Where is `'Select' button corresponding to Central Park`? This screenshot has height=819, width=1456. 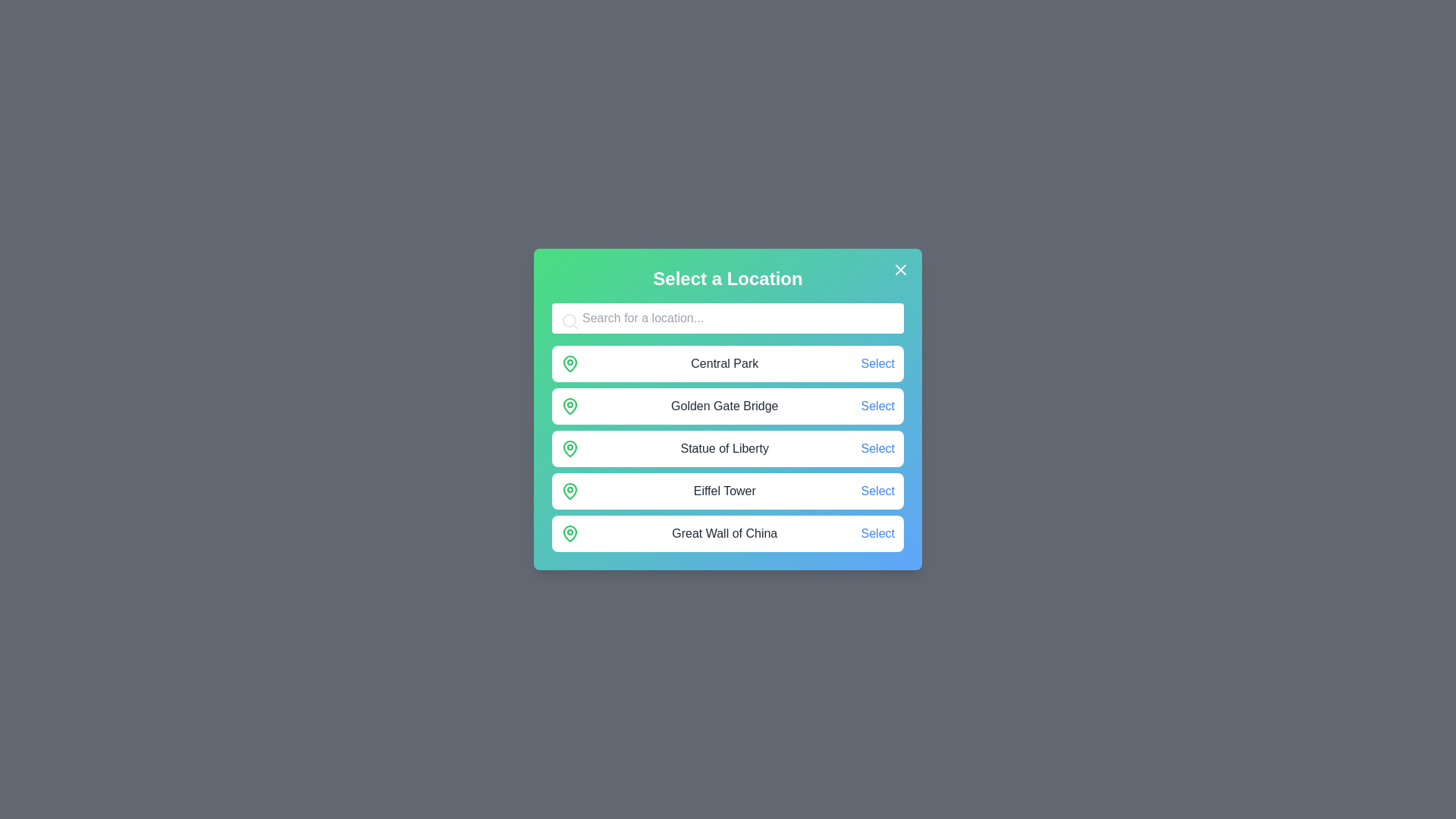 'Select' button corresponding to Central Park is located at coordinates (877, 363).